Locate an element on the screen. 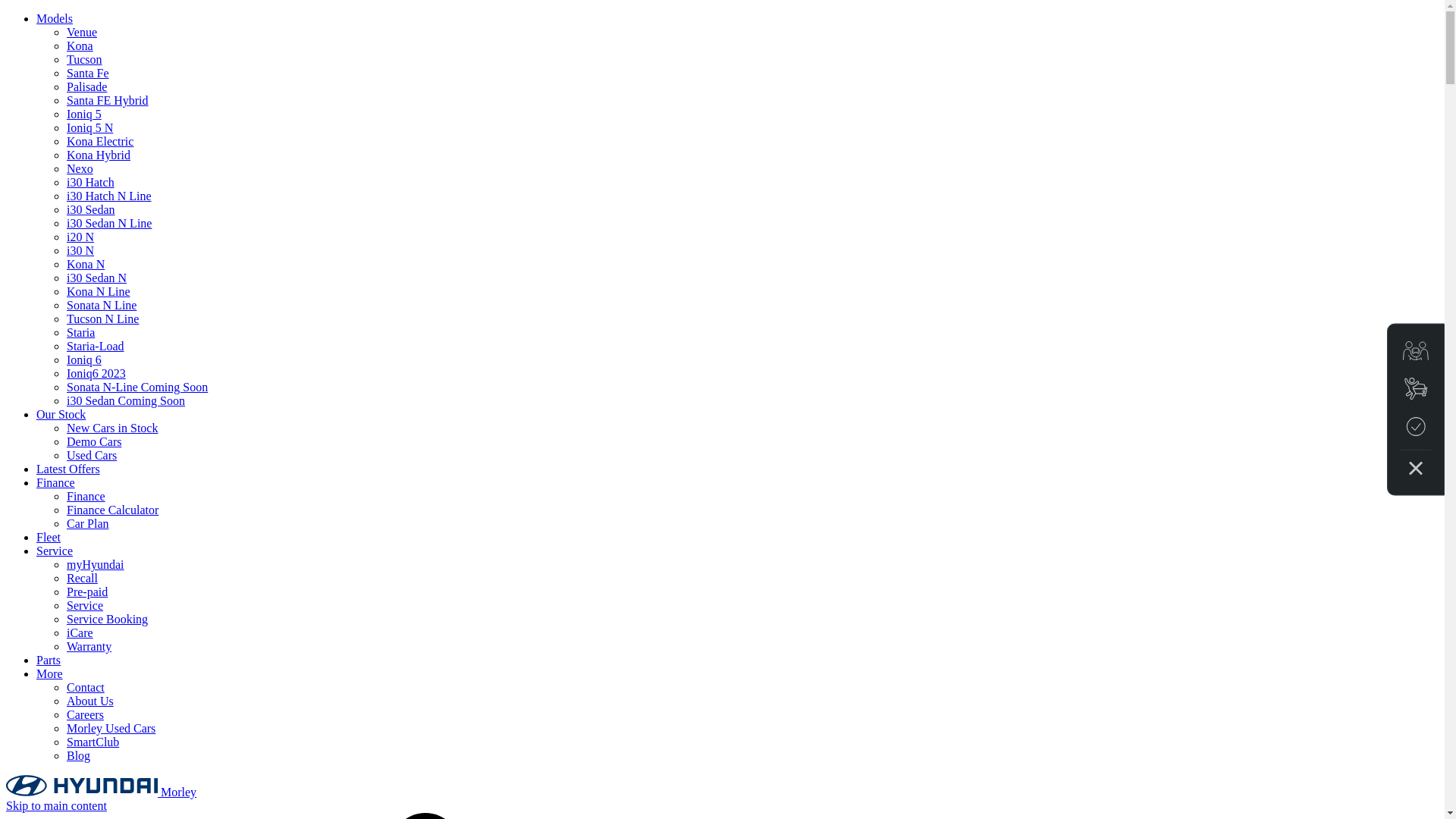 Image resolution: width=1456 pixels, height=819 pixels. 'Skip to main content' is located at coordinates (6, 805).